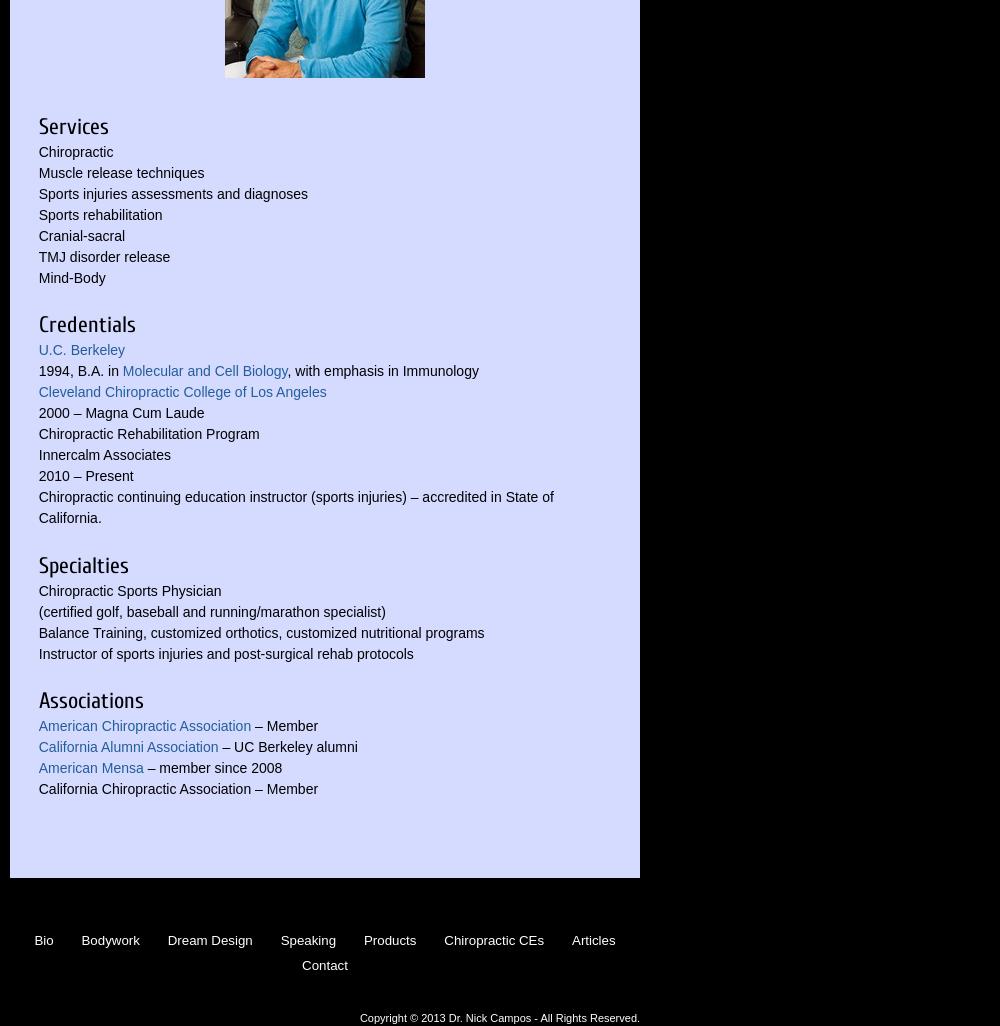 This screenshot has height=1026, width=1000. Describe the element at coordinates (443, 939) in the screenshot. I see `'Chiropractic CEs'` at that location.